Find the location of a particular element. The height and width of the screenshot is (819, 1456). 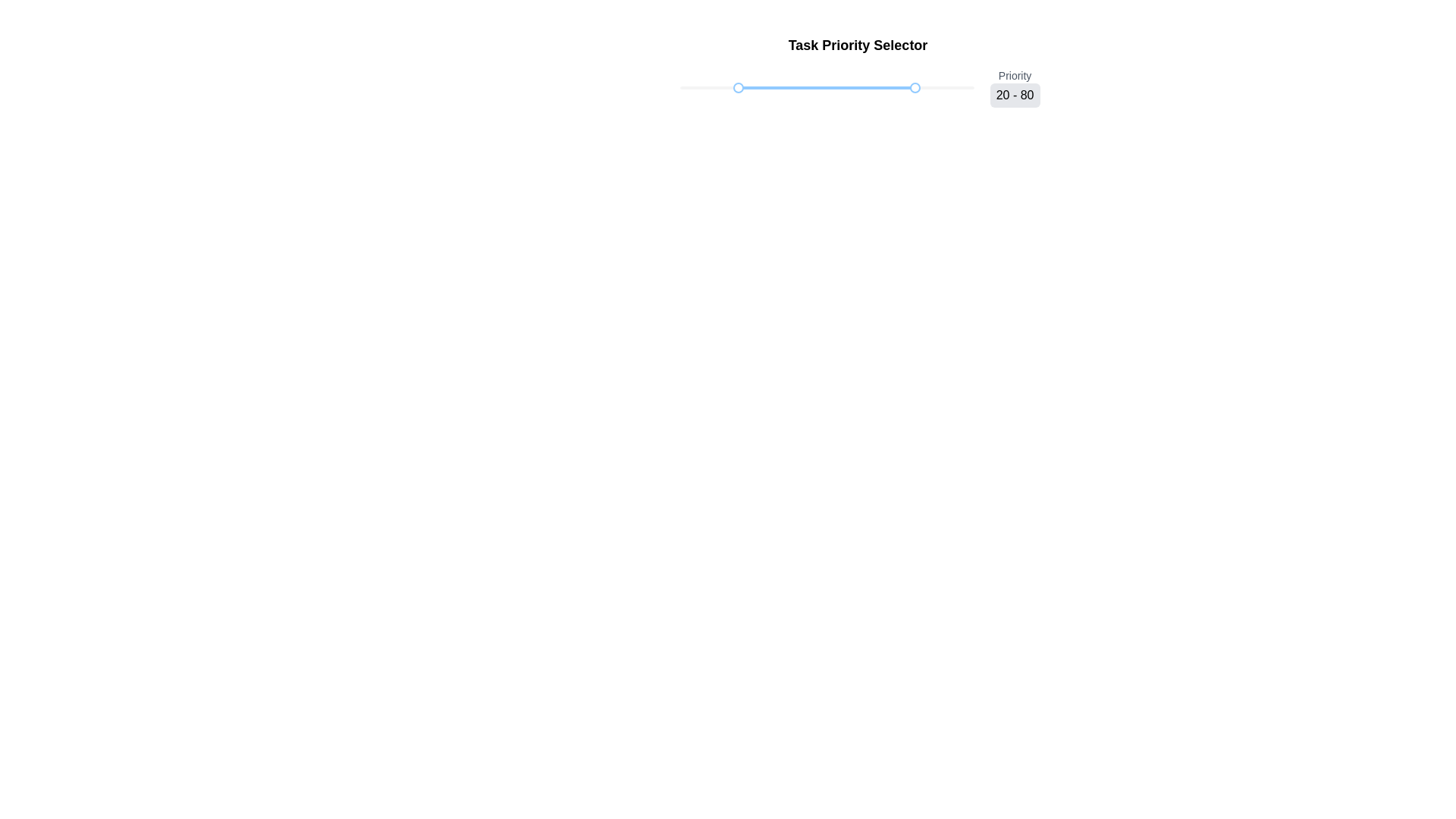

the slider is located at coordinates (720, 87).